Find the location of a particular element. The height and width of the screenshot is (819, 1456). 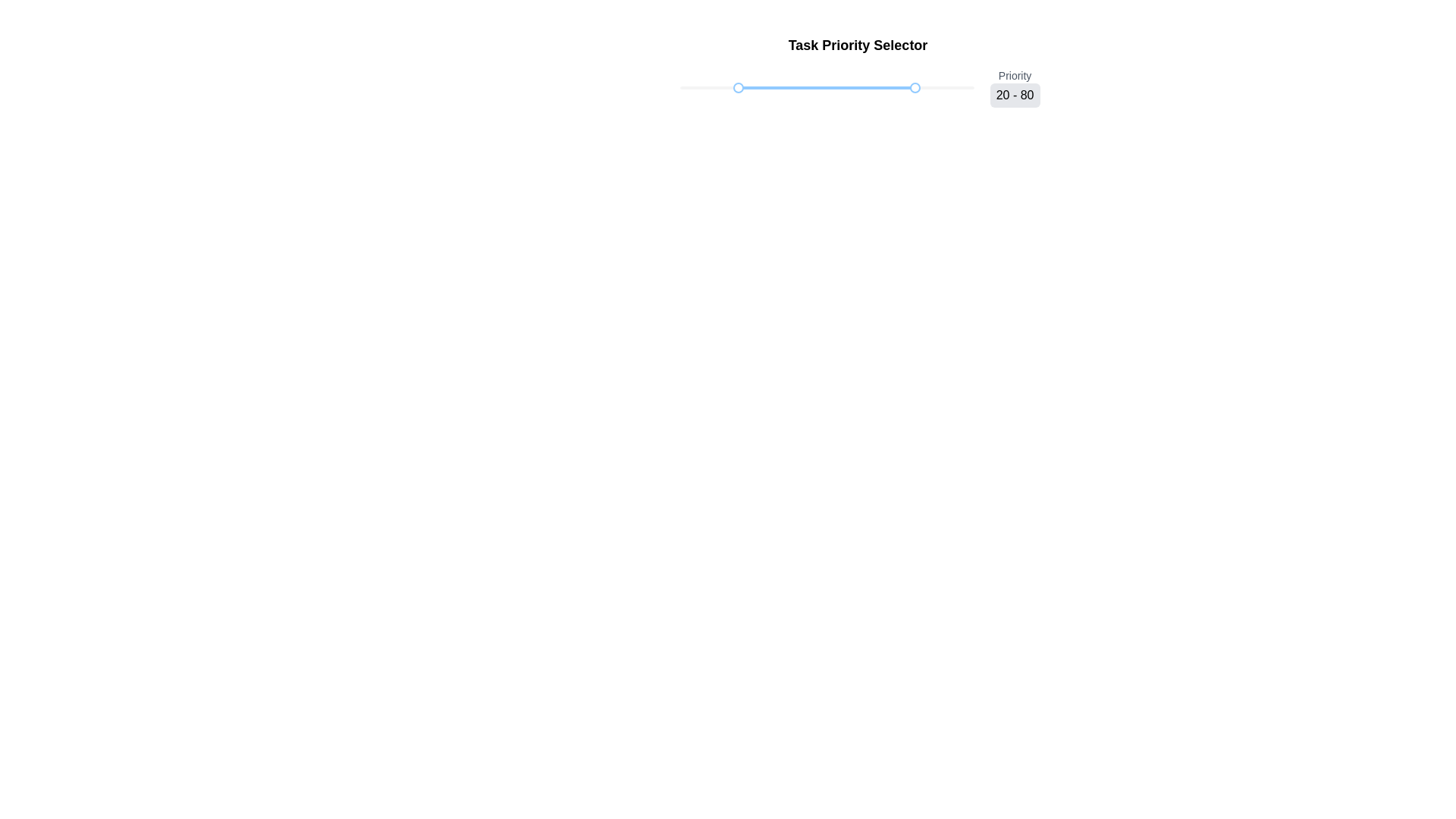

the slider is located at coordinates (720, 87).